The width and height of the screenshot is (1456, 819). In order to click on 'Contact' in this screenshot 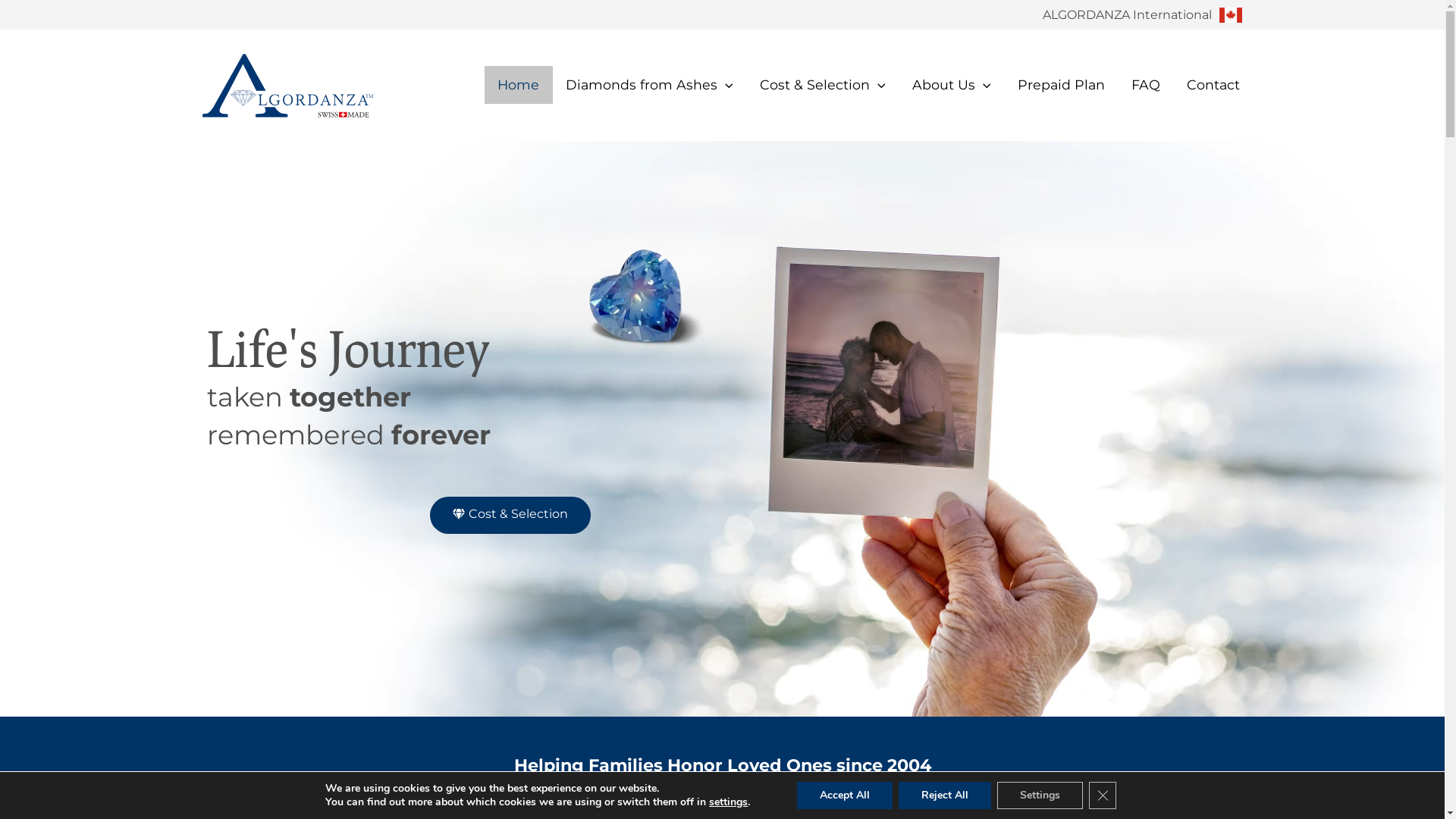, I will do `click(1212, 84)`.